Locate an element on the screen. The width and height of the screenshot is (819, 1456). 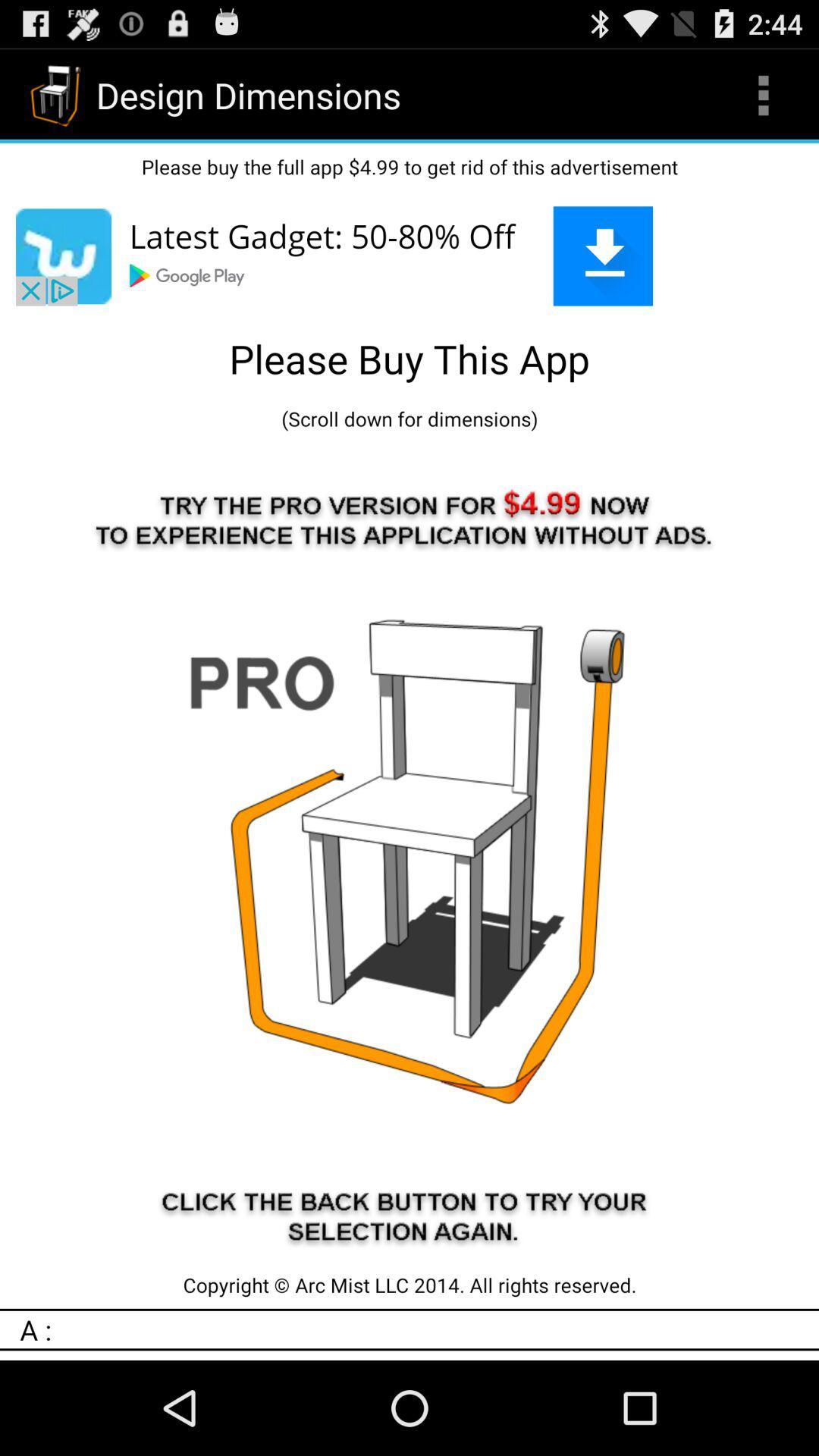
the a :  item is located at coordinates (419, 1329).